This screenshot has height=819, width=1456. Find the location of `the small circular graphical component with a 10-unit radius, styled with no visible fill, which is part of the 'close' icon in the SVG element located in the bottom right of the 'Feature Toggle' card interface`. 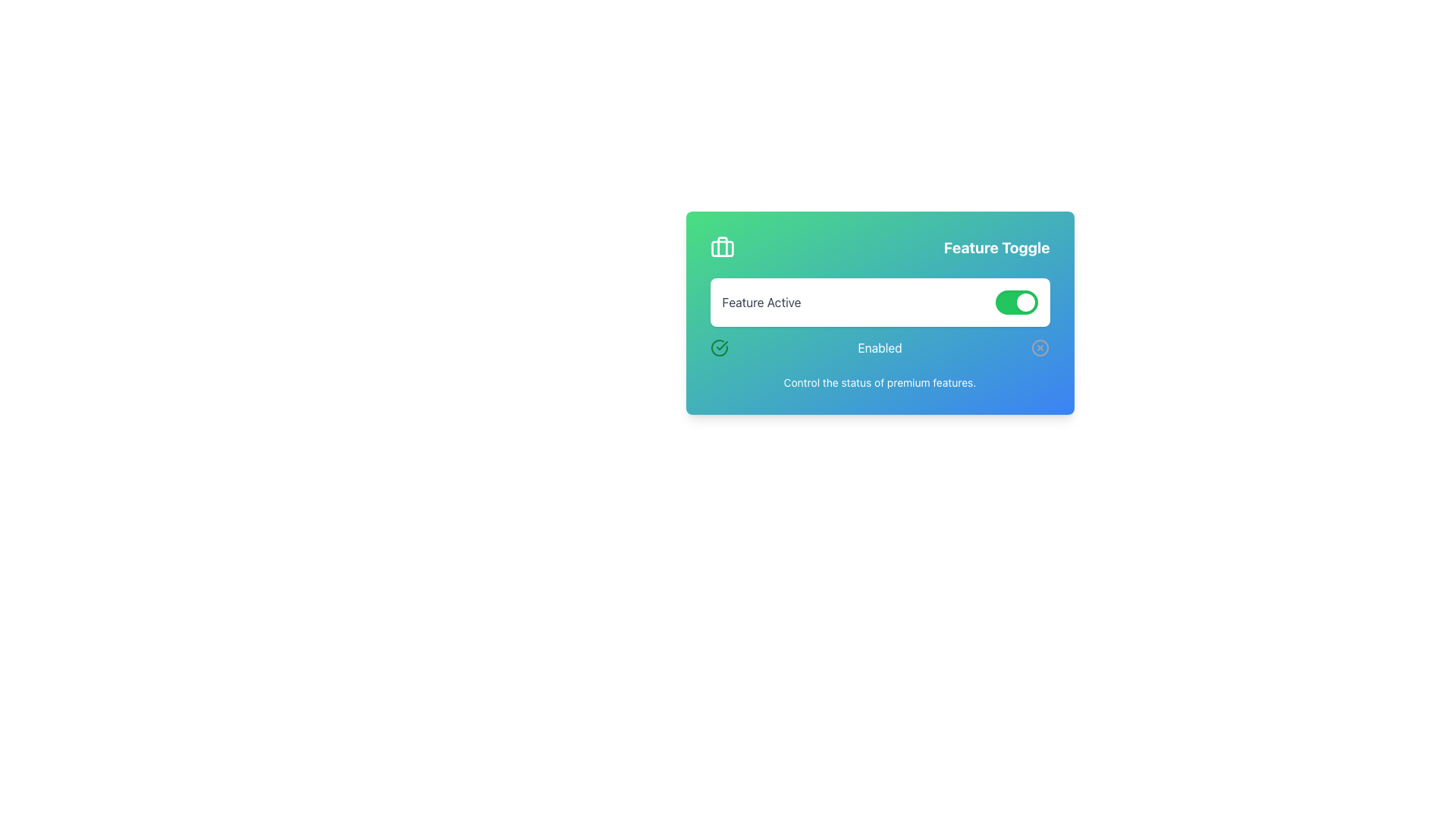

the small circular graphical component with a 10-unit radius, styled with no visible fill, which is part of the 'close' icon in the SVG element located in the bottom right of the 'Feature Toggle' card interface is located at coordinates (1040, 348).